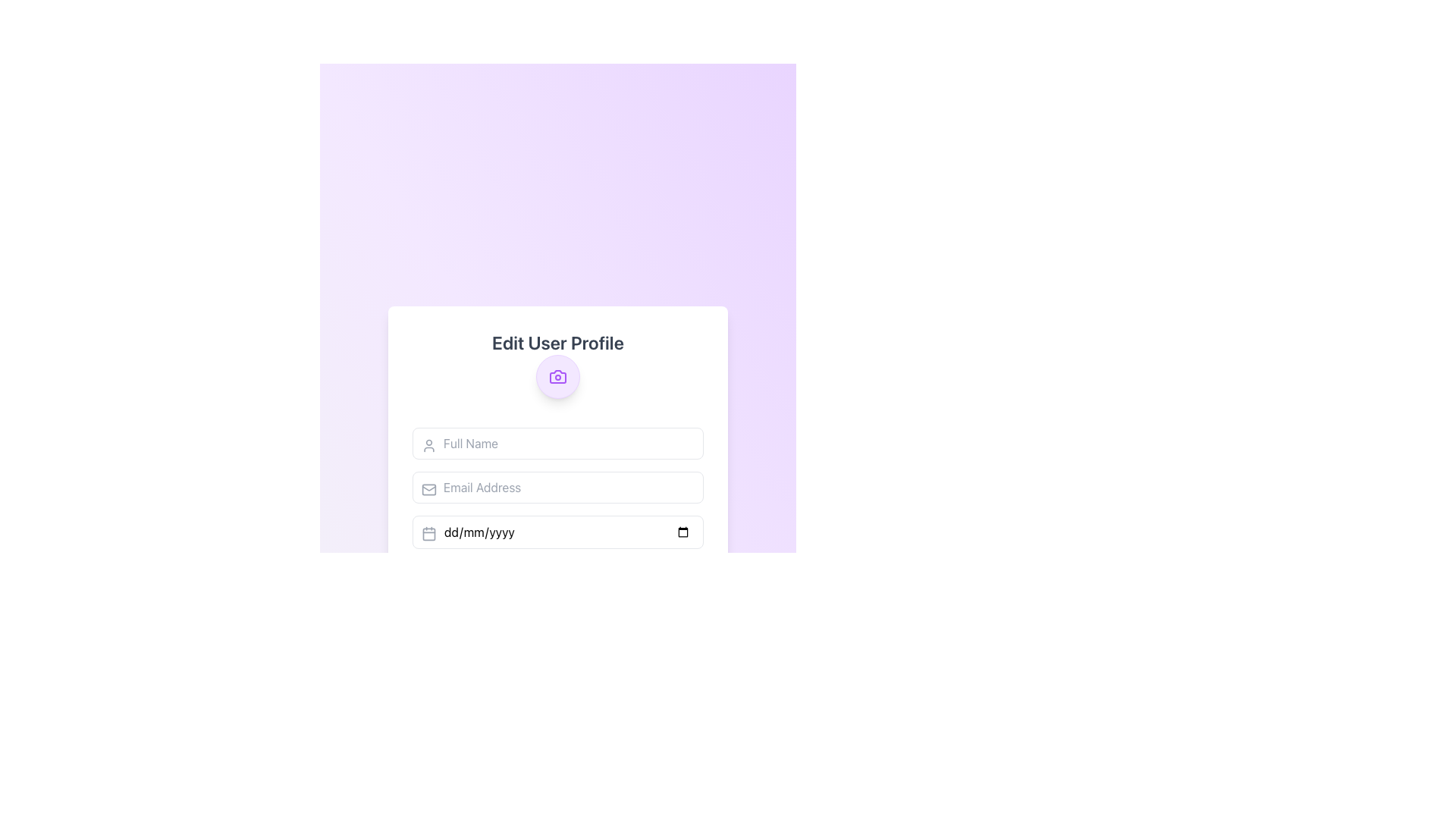  Describe the element at coordinates (557, 378) in the screenshot. I see `the circular button with a purple background and camera icon` at that location.